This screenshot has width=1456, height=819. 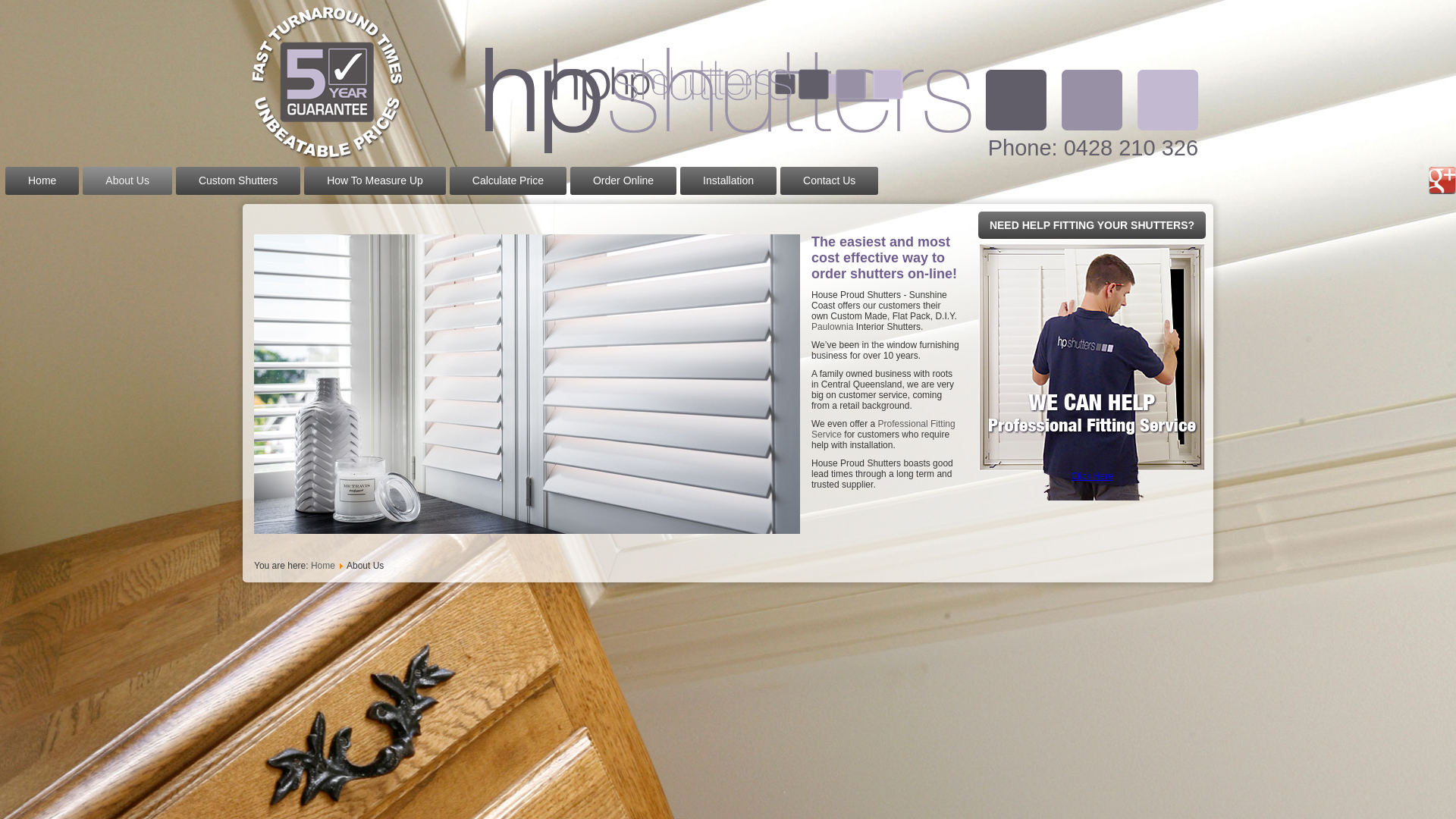 What do you see at coordinates (728, 83) in the screenshot?
I see `'House Proud Shutters'` at bounding box center [728, 83].